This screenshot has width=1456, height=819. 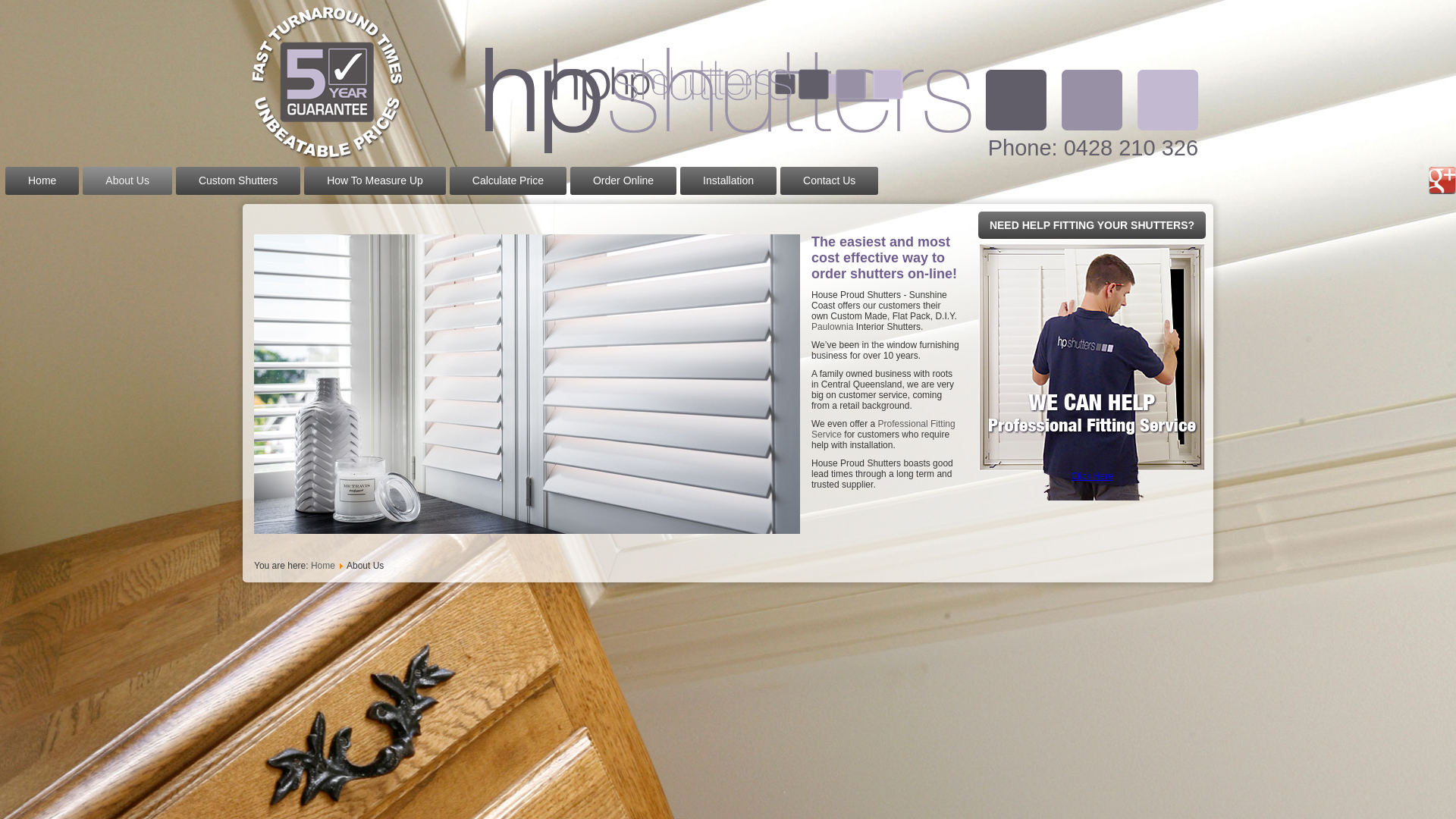 What do you see at coordinates (728, 83) in the screenshot?
I see `'House Proud Shutters'` at bounding box center [728, 83].